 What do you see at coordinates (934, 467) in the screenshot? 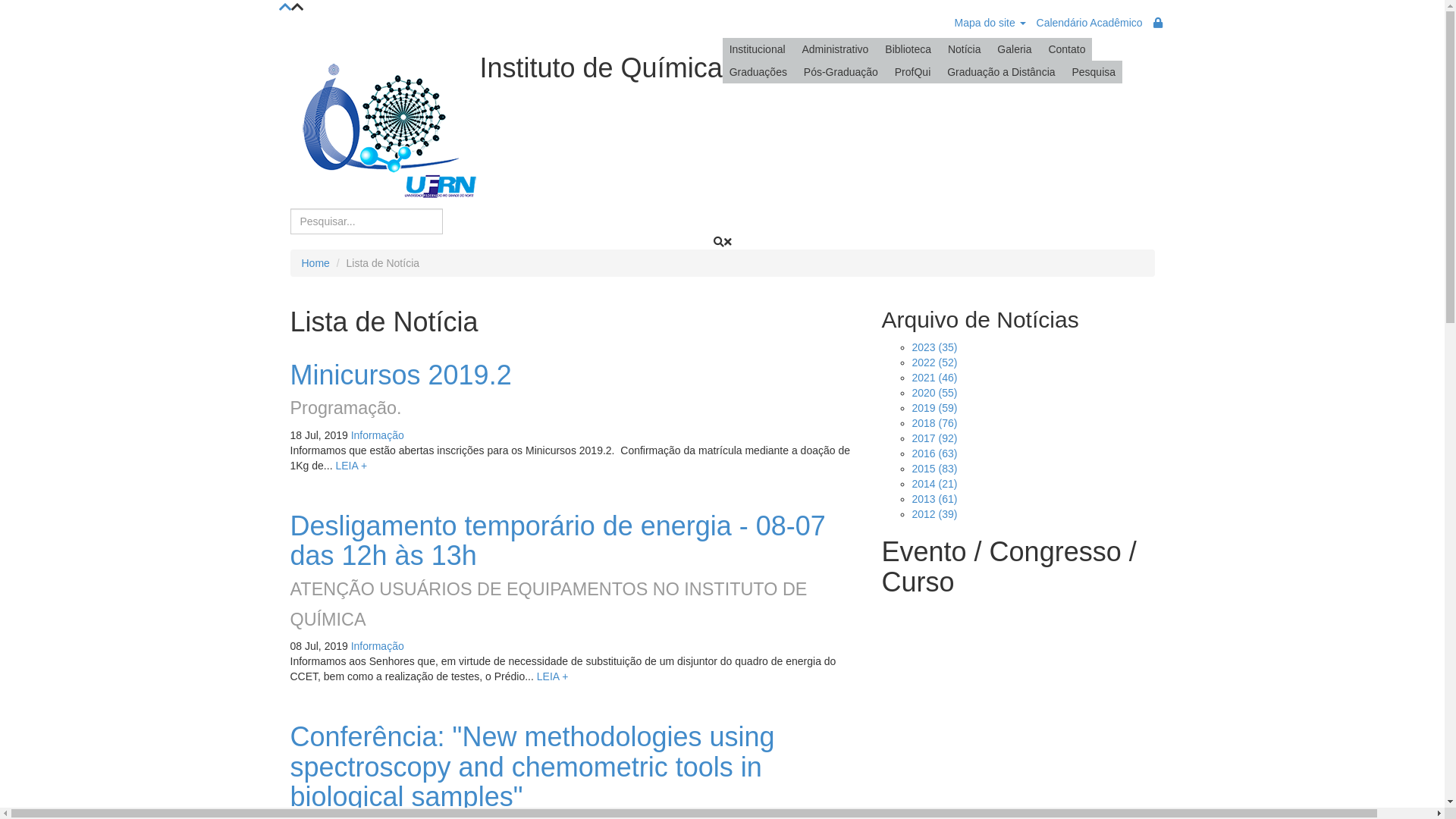
I see `'2015 (83)'` at bounding box center [934, 467].